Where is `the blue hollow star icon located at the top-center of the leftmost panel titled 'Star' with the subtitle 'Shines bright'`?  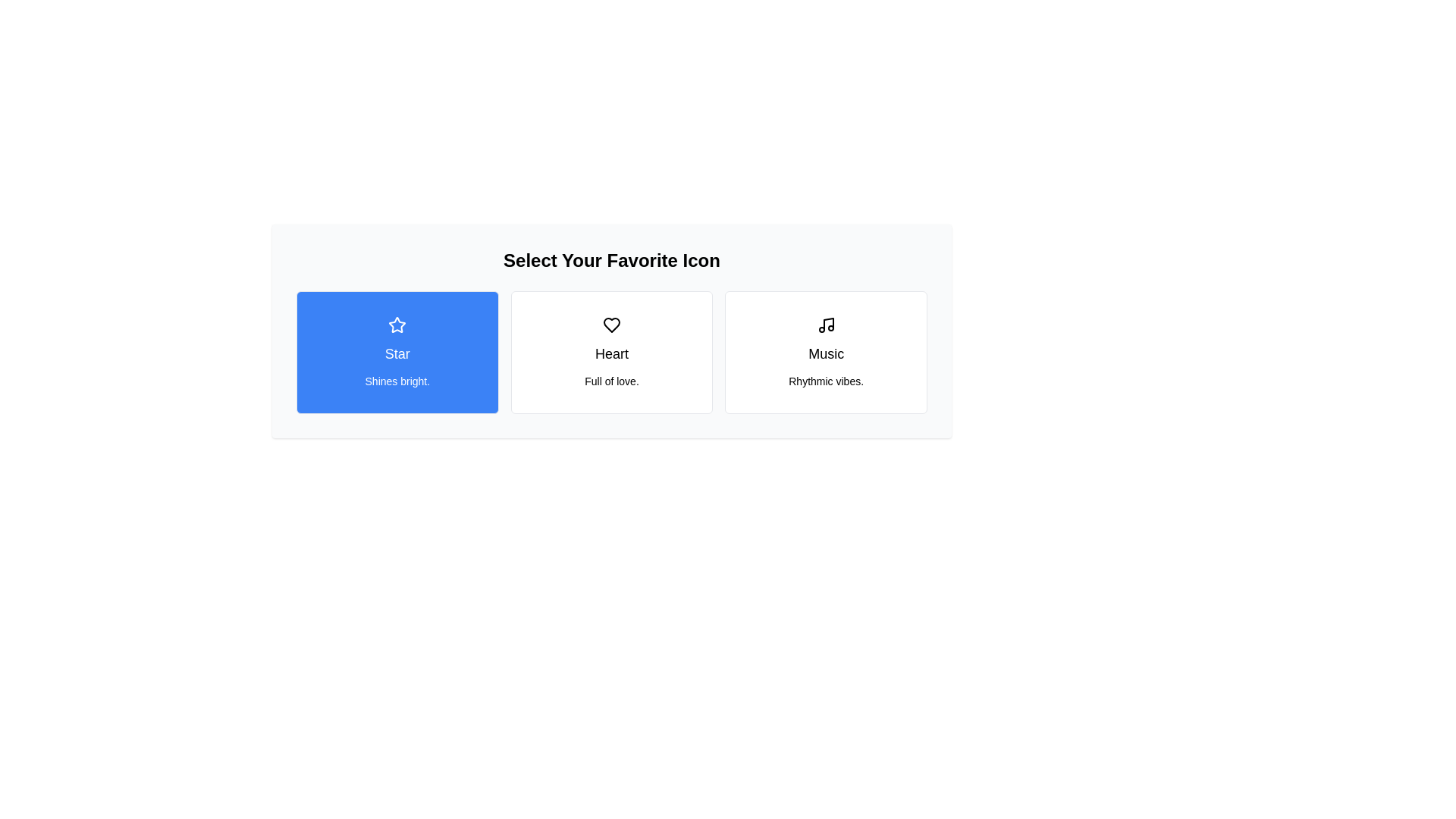
the blue hollow star icon located at the top-center of the leftmost panel titled 'Star' with the subtitle 'Shines bright' is located at coordinates (397, 324).